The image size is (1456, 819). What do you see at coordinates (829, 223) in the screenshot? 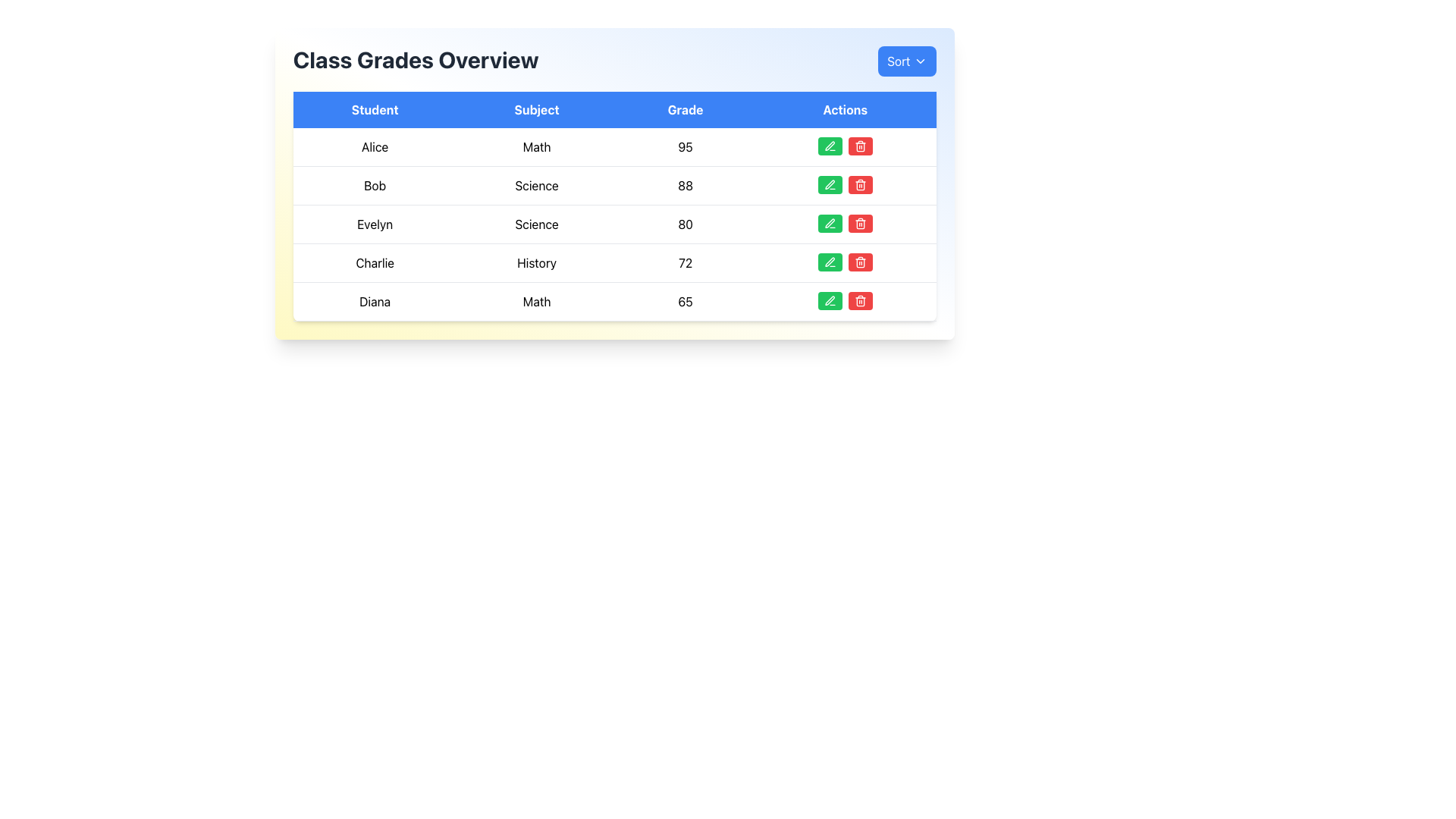
I see `the edit icon within the green button located in the Actions column for Evelyn's Science score` at bounding box center [829, 223].